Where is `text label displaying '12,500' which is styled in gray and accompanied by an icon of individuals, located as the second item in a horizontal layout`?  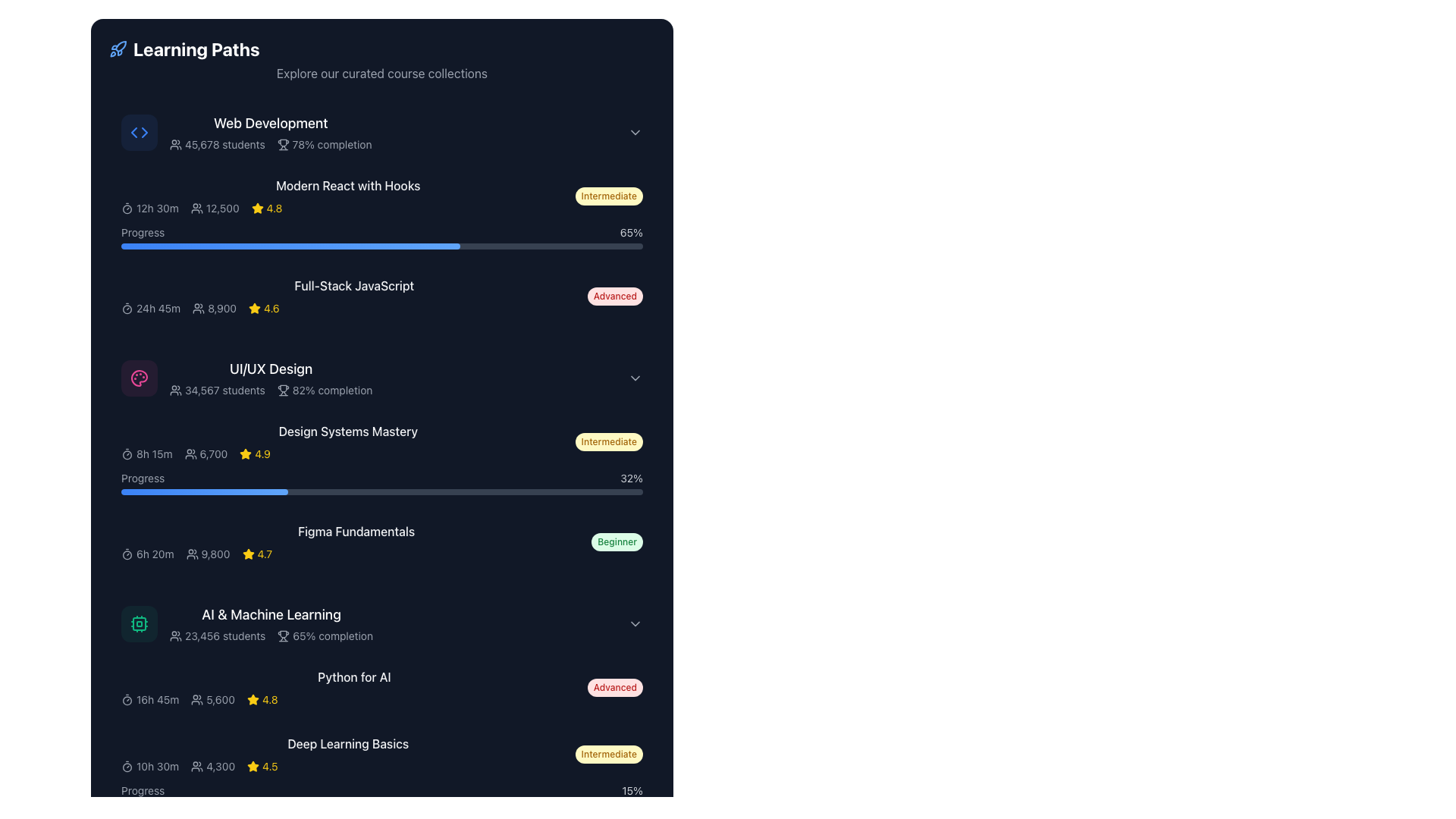 text label displaying '12,500' which is styled in gray and accompanied by an icon of individuals, located as the second item in a horizontal layout is located at coordinates (214, 208).